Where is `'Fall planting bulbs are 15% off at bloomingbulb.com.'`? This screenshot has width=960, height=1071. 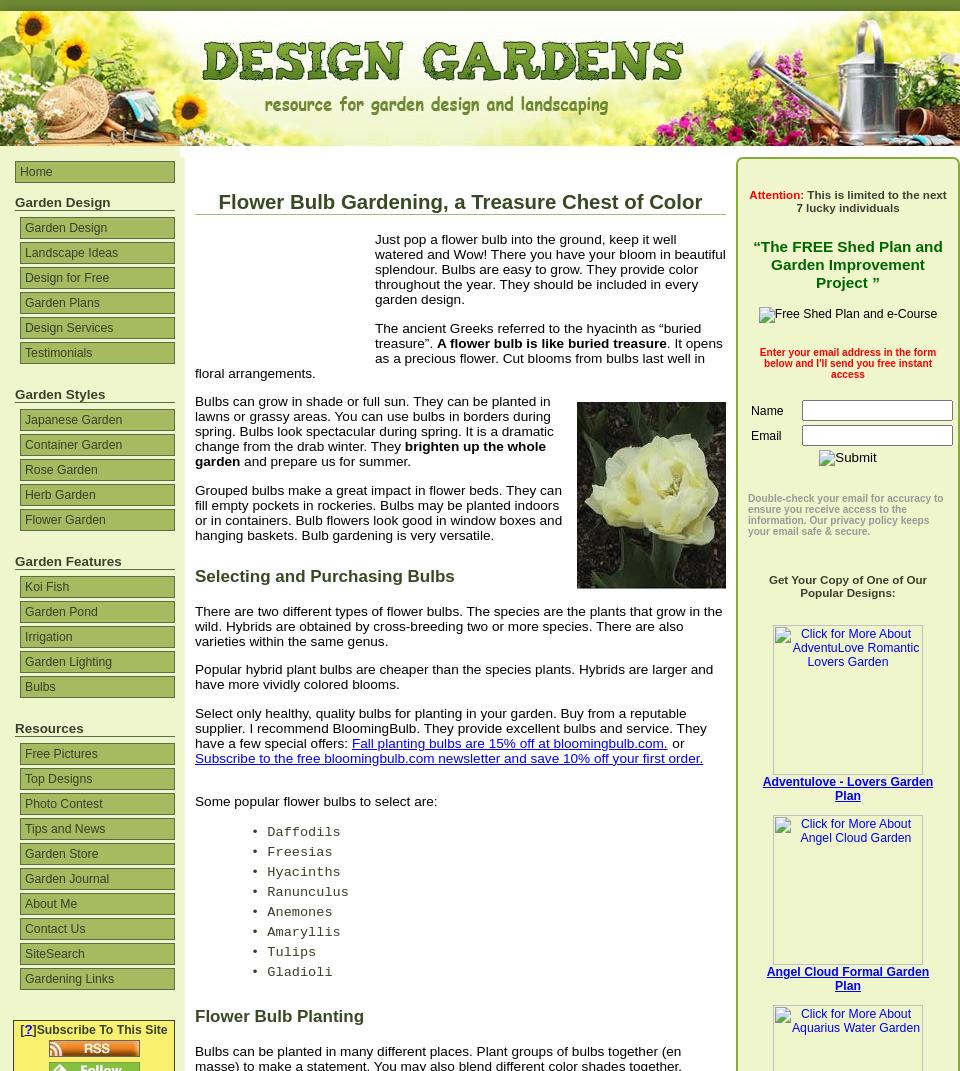
'Fall planting bulbs are 15% off at bloomingbulb.com.' is located at coordinates (507, 742).